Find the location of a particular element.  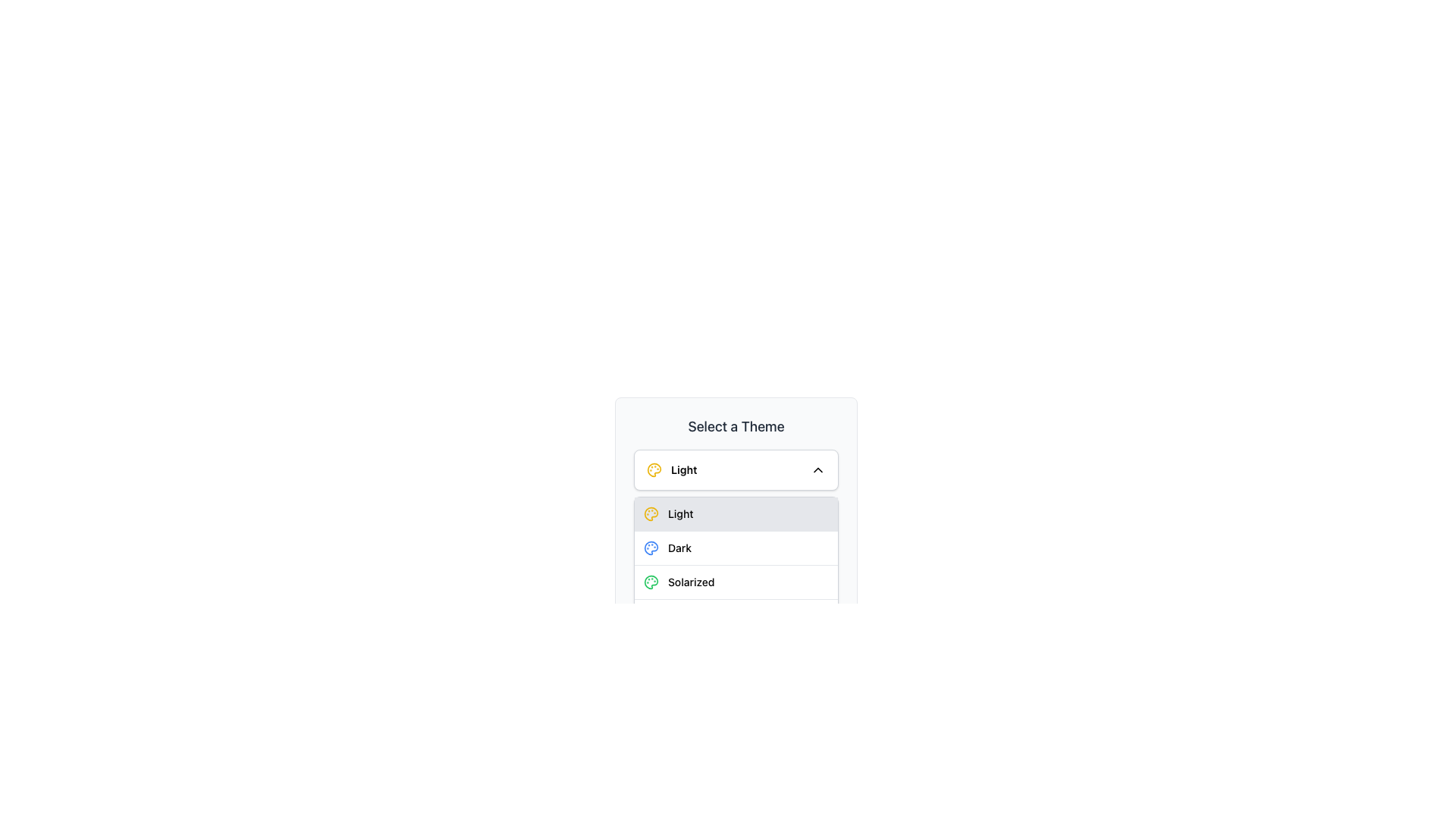

the 'Solarized' theme option from the list, which is the third item positioned below 'Light' and 'Dark', and above 'Monokai' is located at coordinates (736, 581).